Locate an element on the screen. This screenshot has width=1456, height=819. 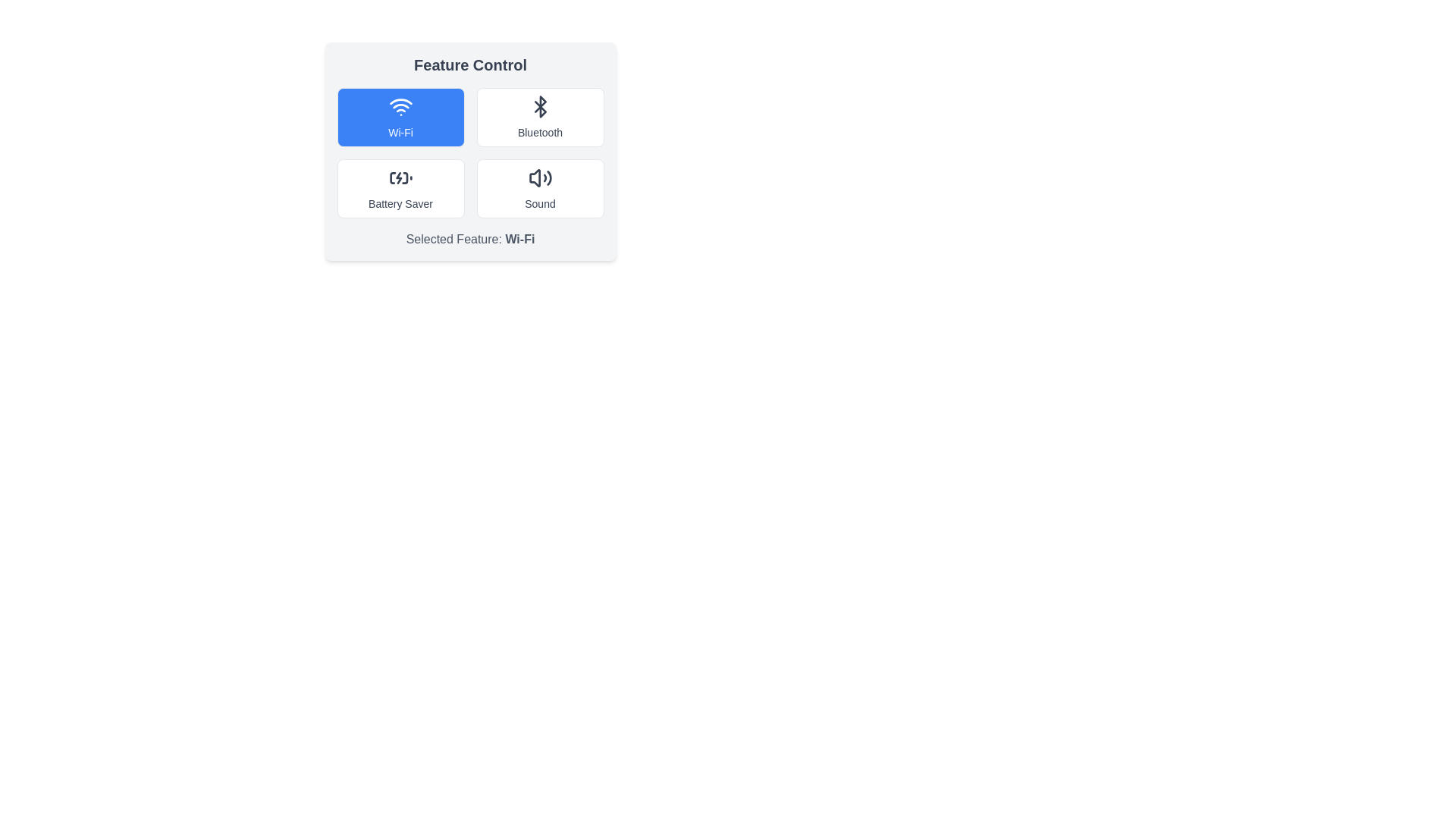
the feature Bluetooth by clicking on its corresponding button is located at coordinates (540, 116).